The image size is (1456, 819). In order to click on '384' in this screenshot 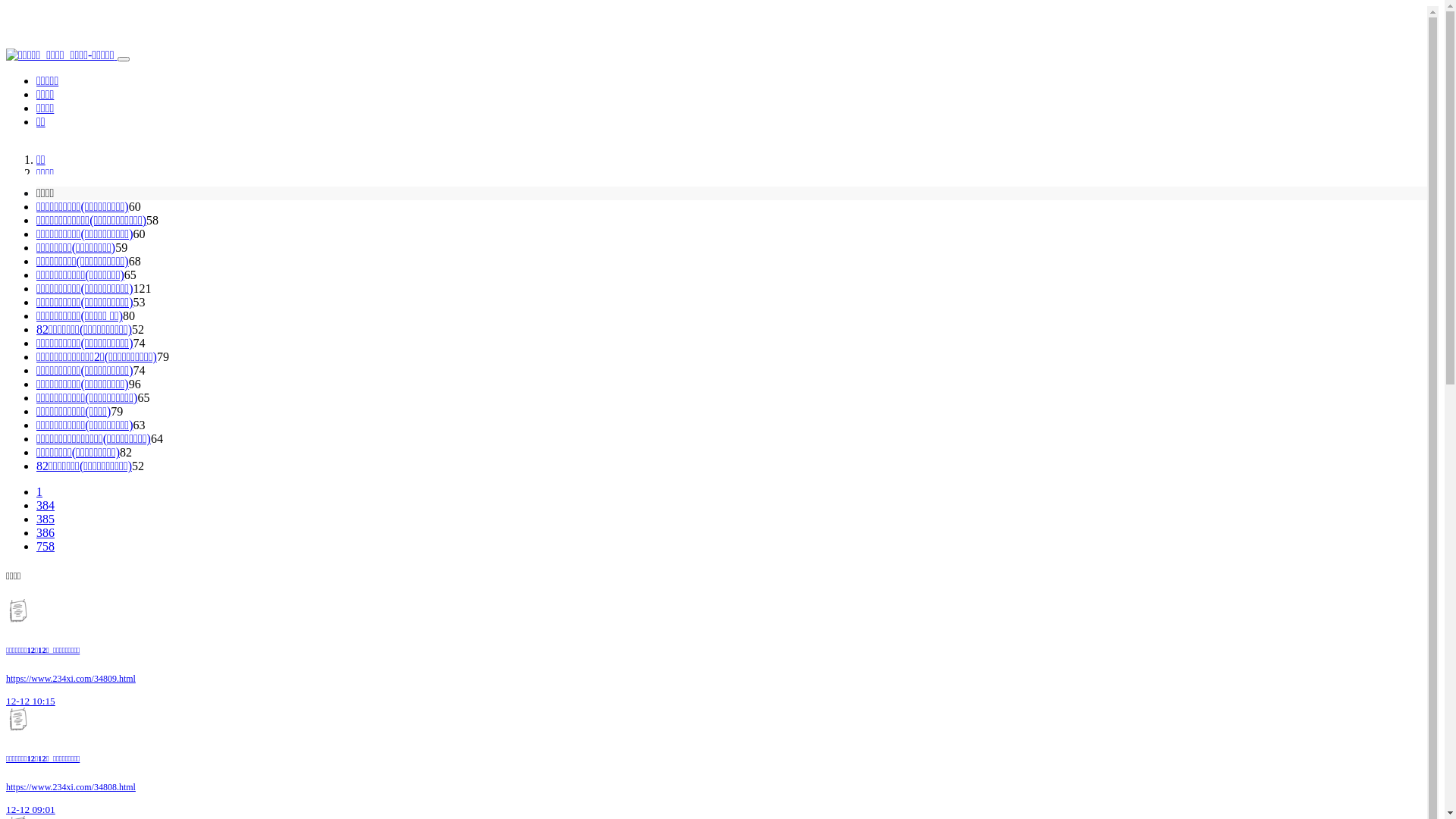, I will do `click(45, 505)`.